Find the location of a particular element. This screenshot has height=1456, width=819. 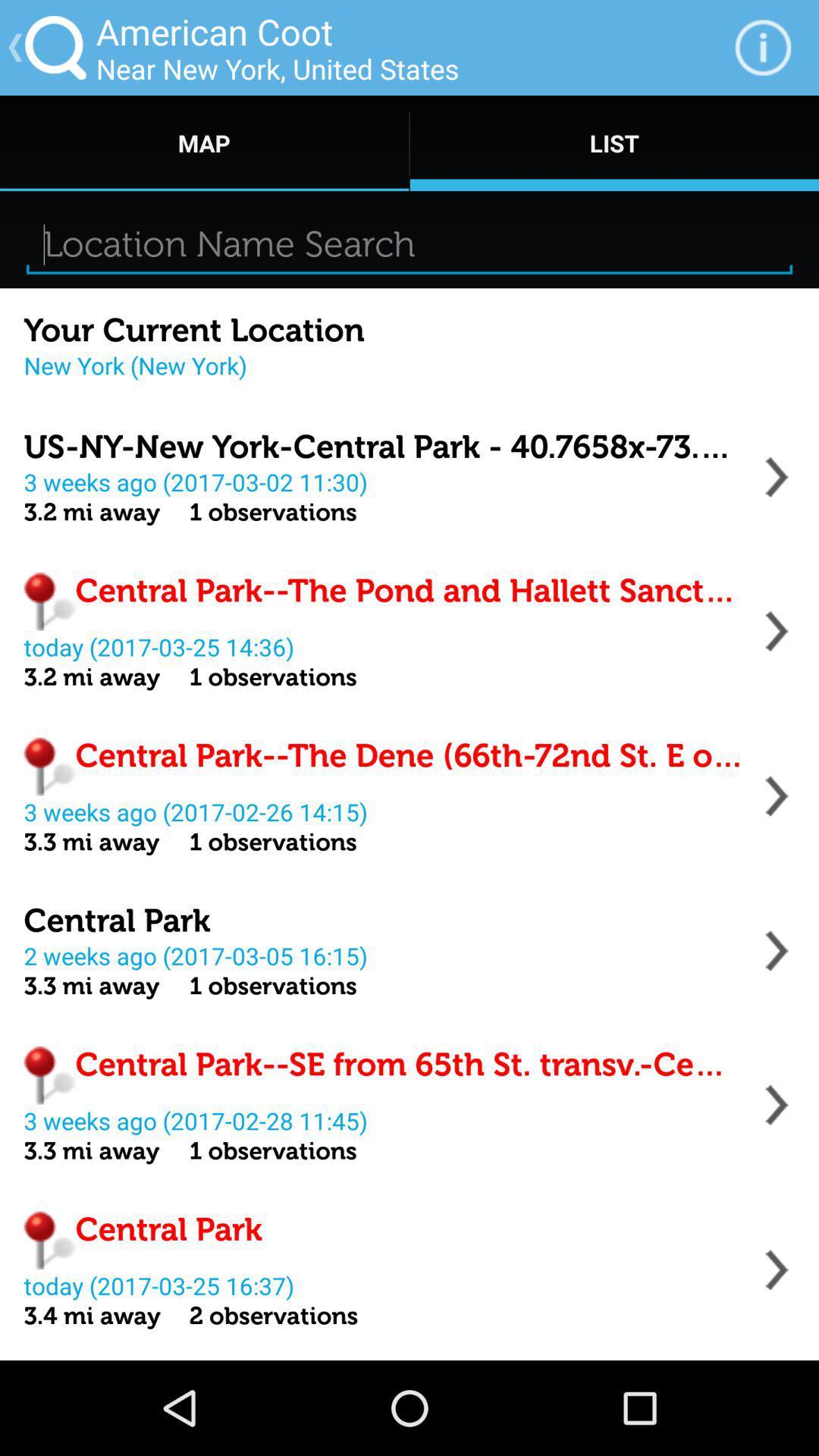

next is located at coordinates (777, 631).